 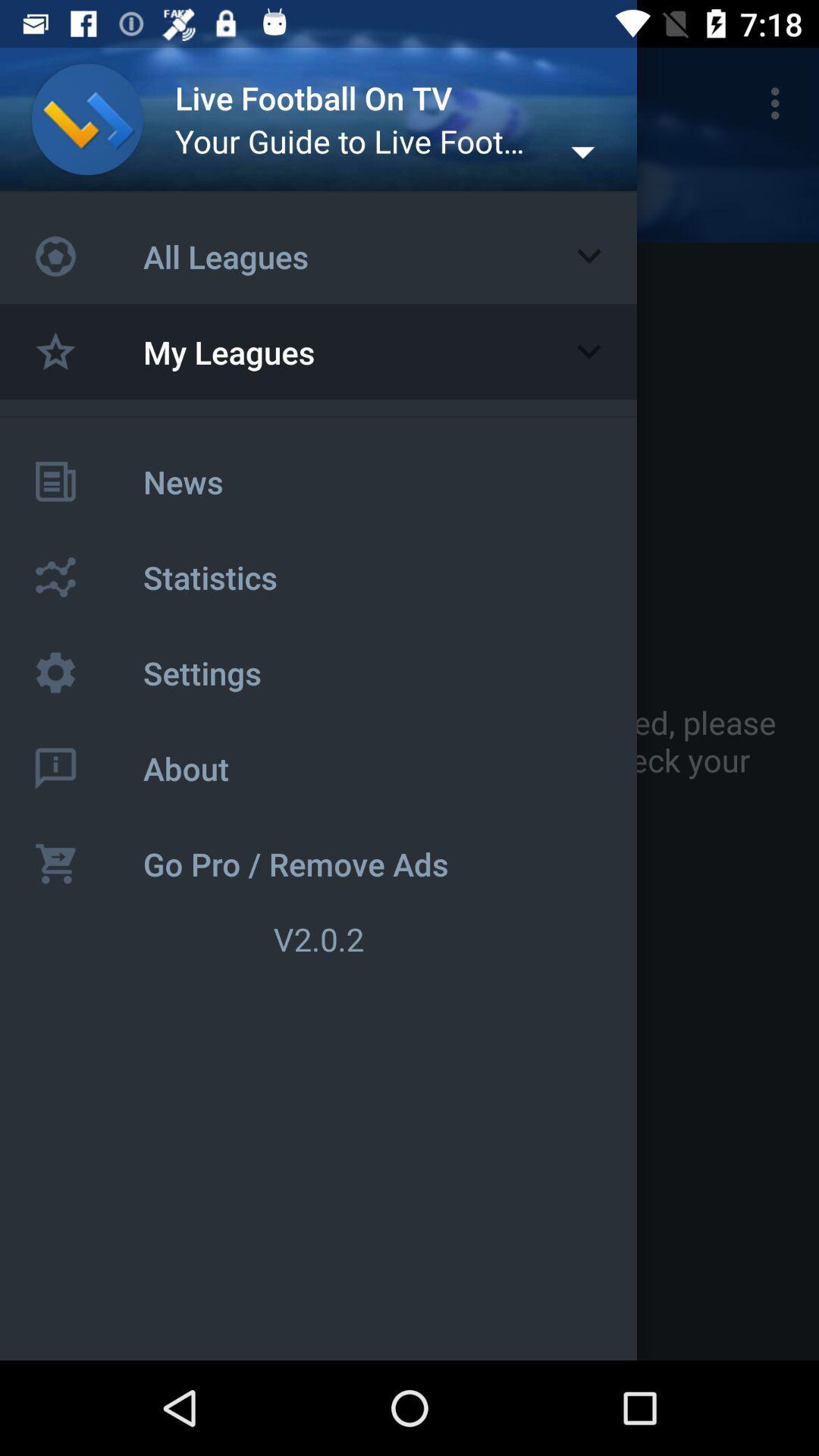 What do you see at coordinates (87, 118) in the screenshot?
I see `profile picture` at bounding box center [87, 118].